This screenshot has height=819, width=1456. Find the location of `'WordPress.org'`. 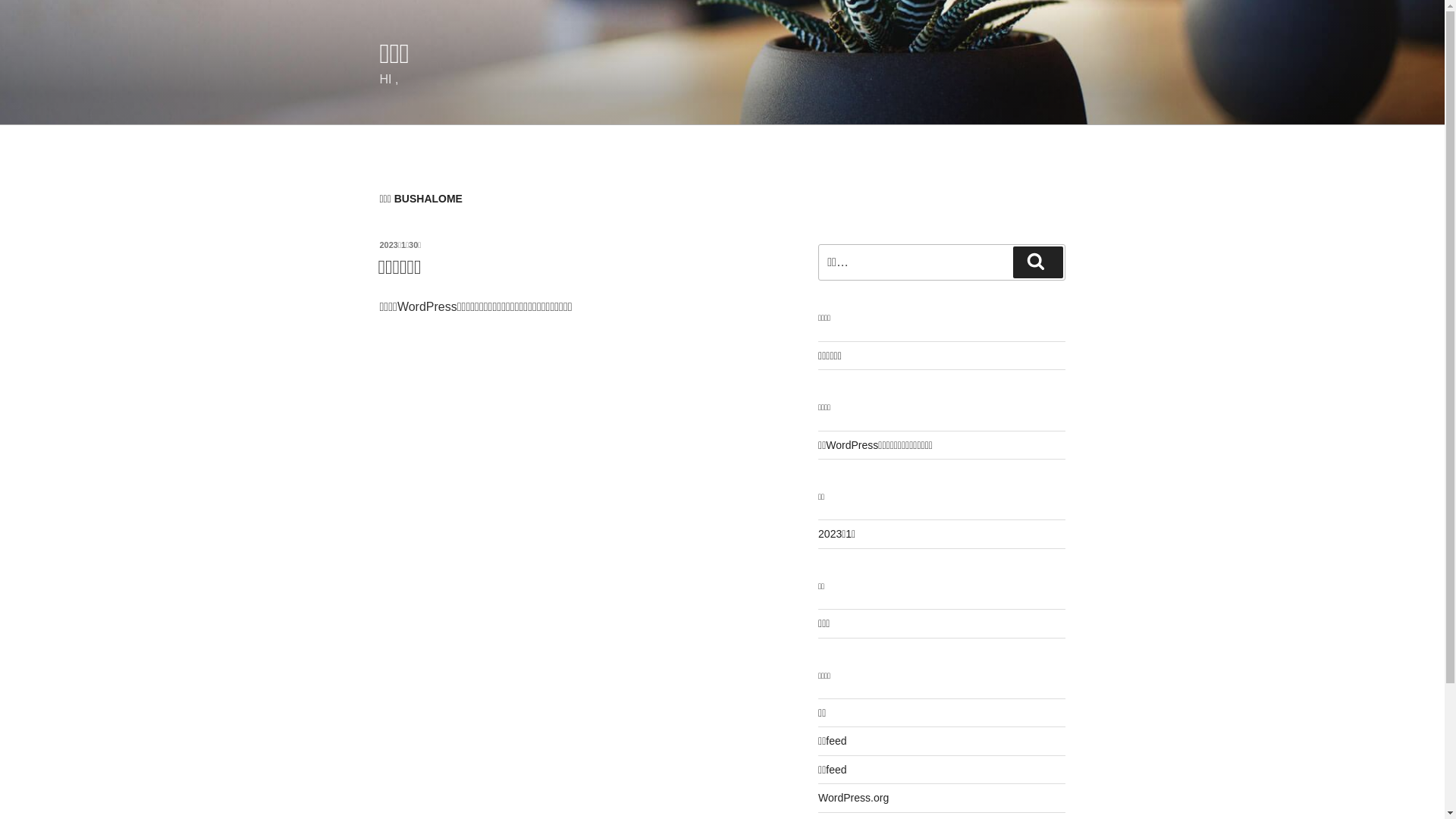

'WordPress.org' is located at coordinates (817, 797).